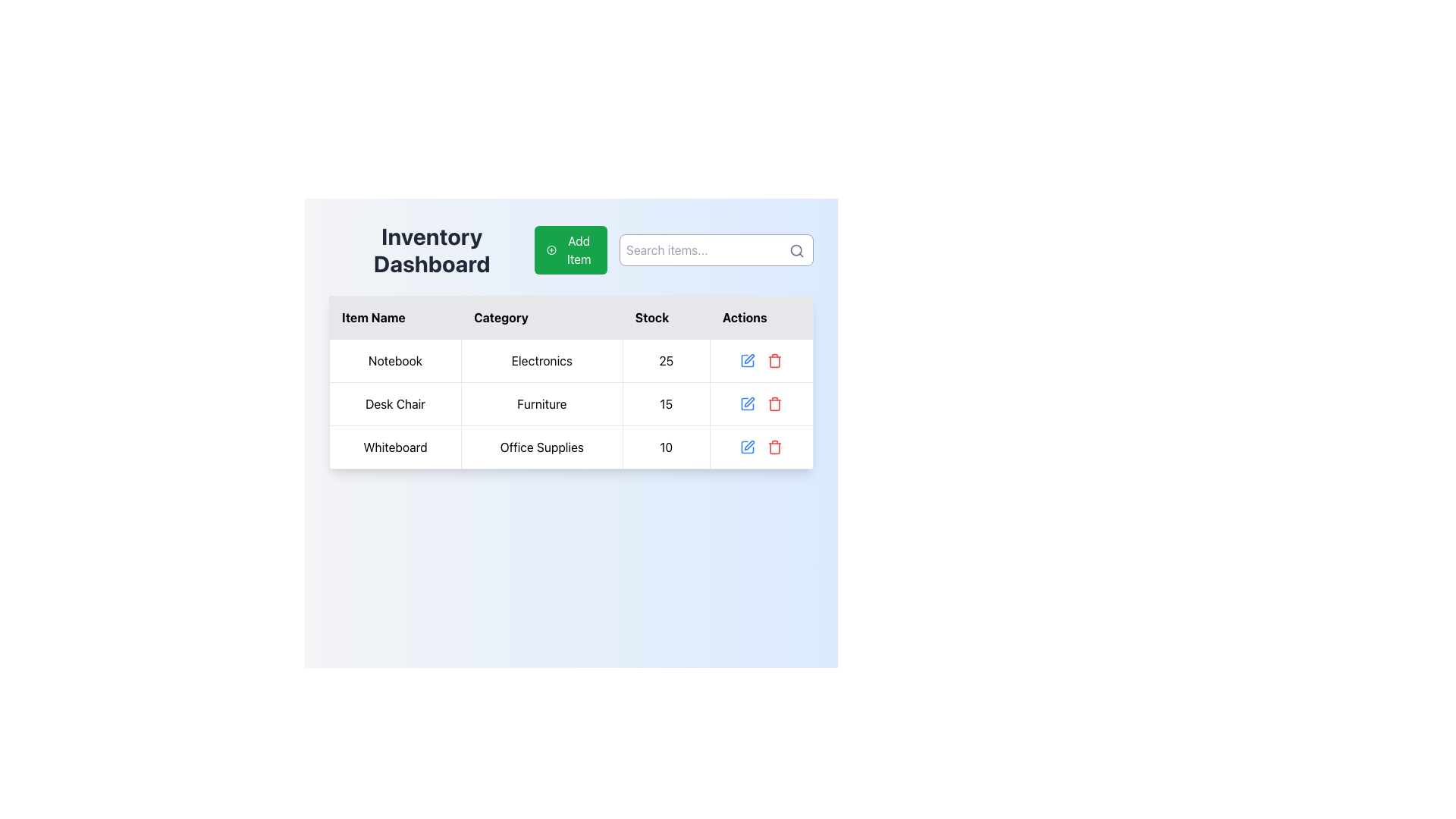 This screenshot has width=1456, height=819. I want to click on the table row containing 'Desk Chair', which is the second row in the inventory dashboard table, displaying columns for 'Item Name', 'Category', 'Stock', and 'Actions', so click(570, 403).